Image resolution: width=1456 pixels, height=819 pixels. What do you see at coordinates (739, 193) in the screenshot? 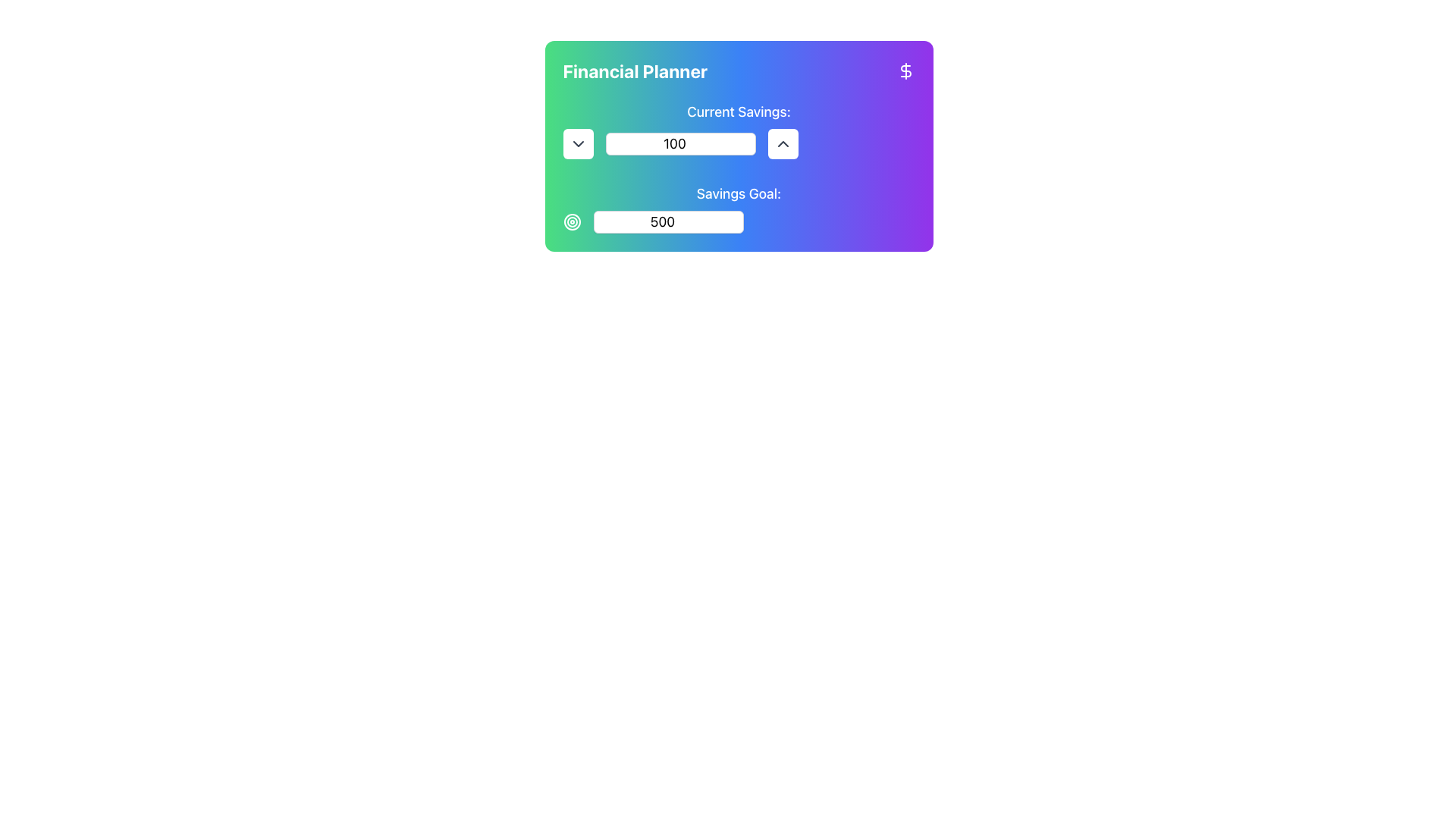
I see `static text label stating 'Savings Goal:' which is styled with a large font size and white color, located below the 'Current Savings:' label` at bounding box center [739, 193].